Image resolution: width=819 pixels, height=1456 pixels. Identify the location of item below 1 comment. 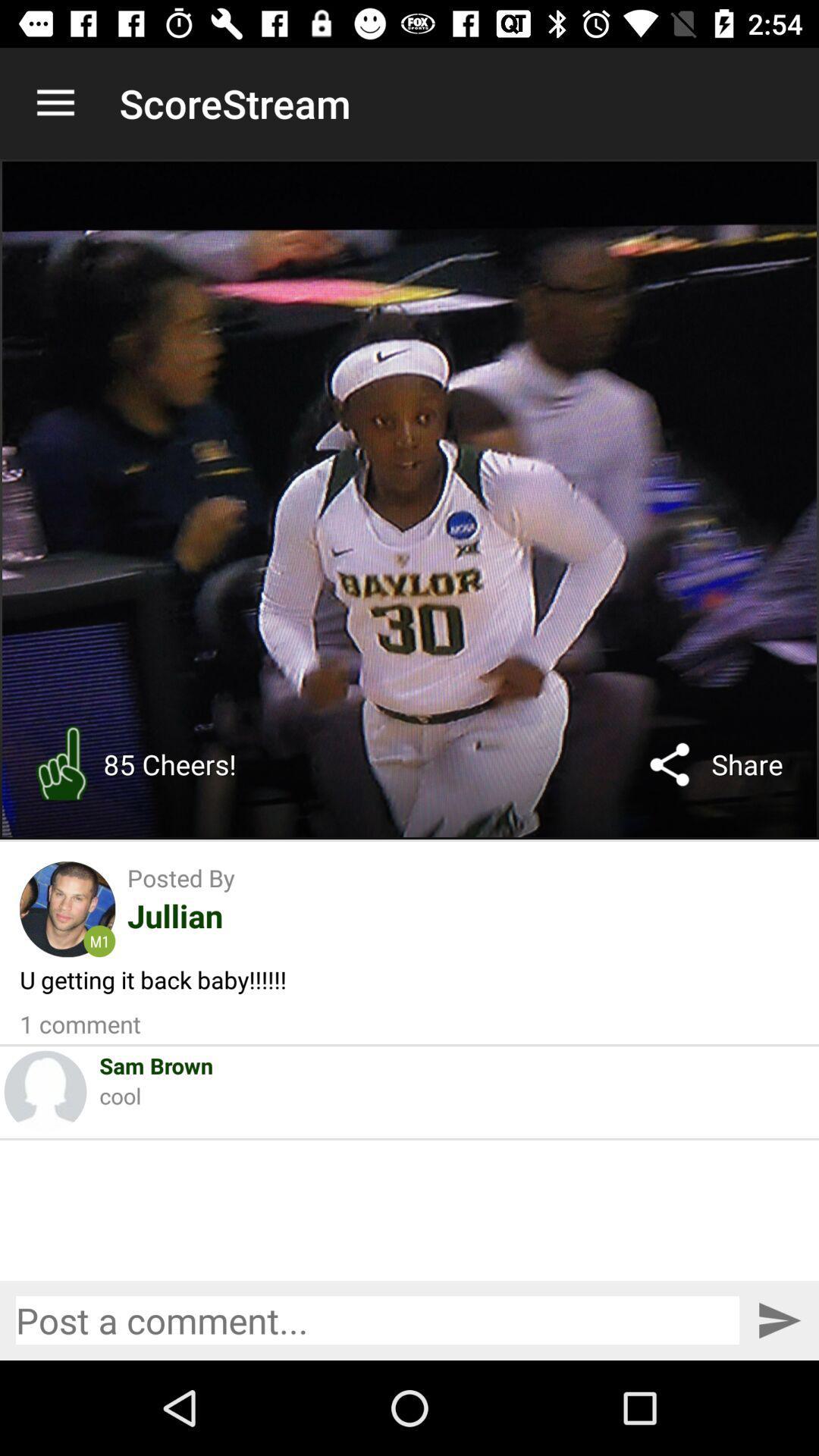
(156, 1065).